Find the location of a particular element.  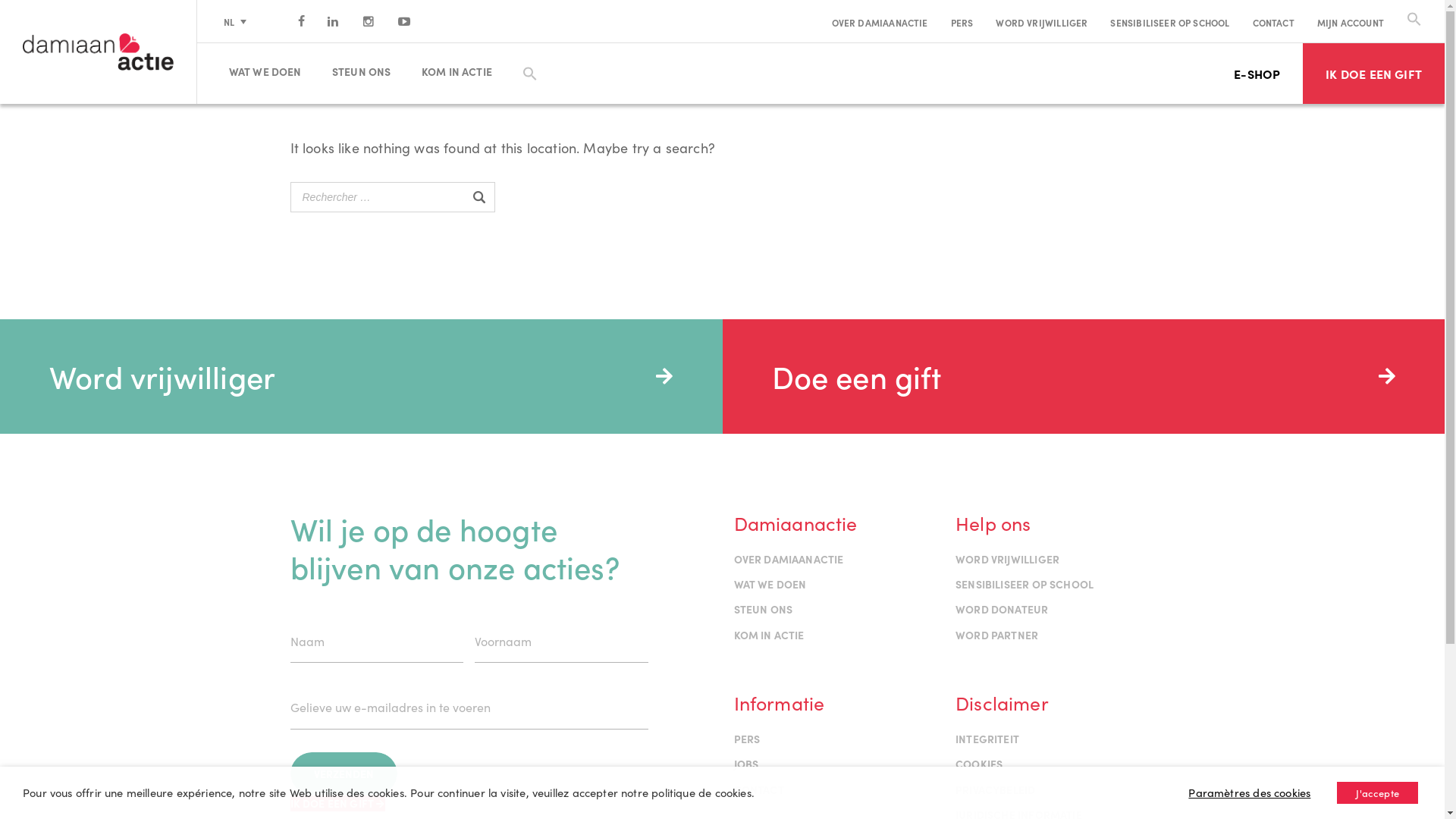

'E-SHOP' is located at coordinates (1257, 73).